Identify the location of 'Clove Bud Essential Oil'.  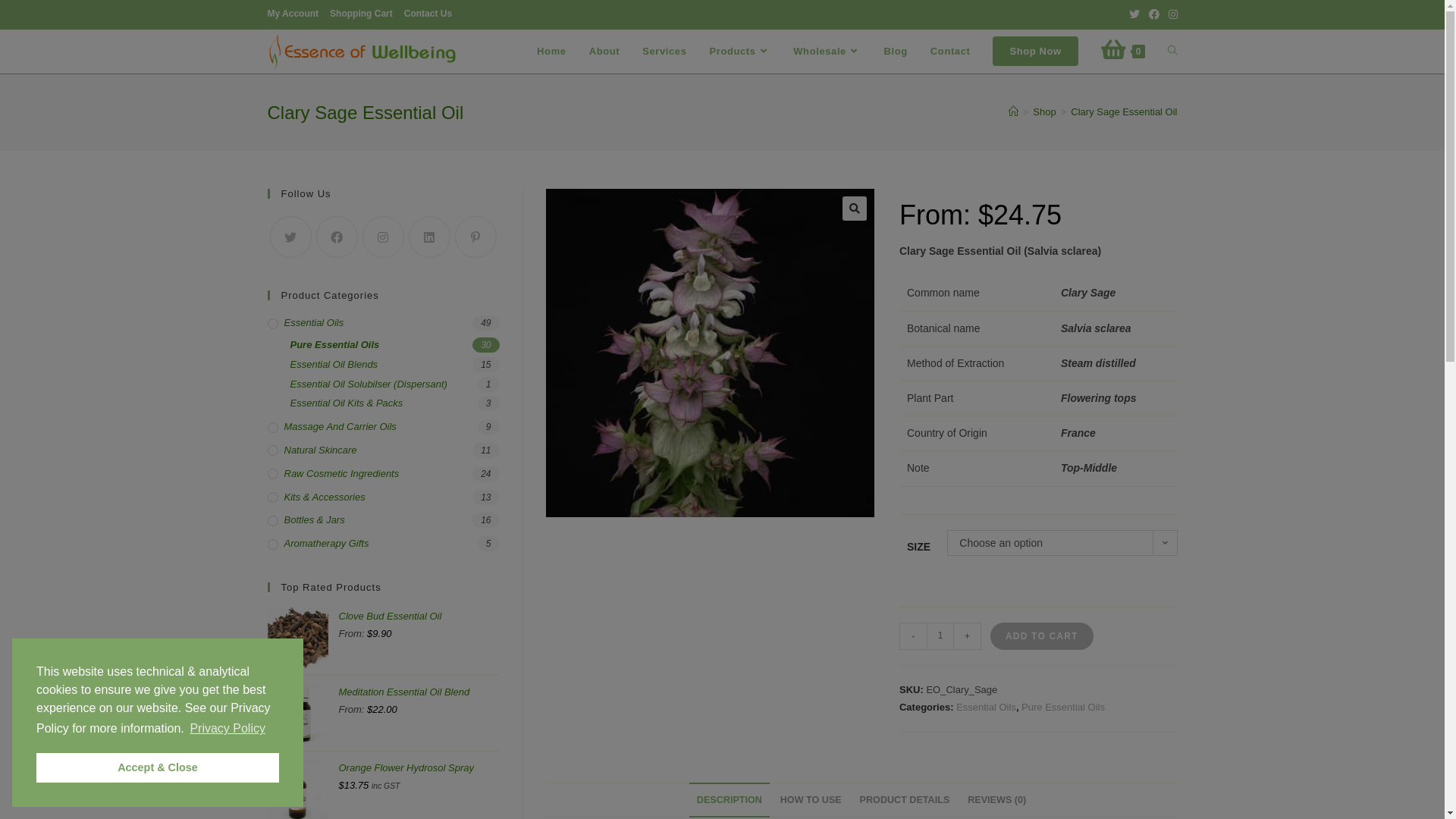
(419, 625).